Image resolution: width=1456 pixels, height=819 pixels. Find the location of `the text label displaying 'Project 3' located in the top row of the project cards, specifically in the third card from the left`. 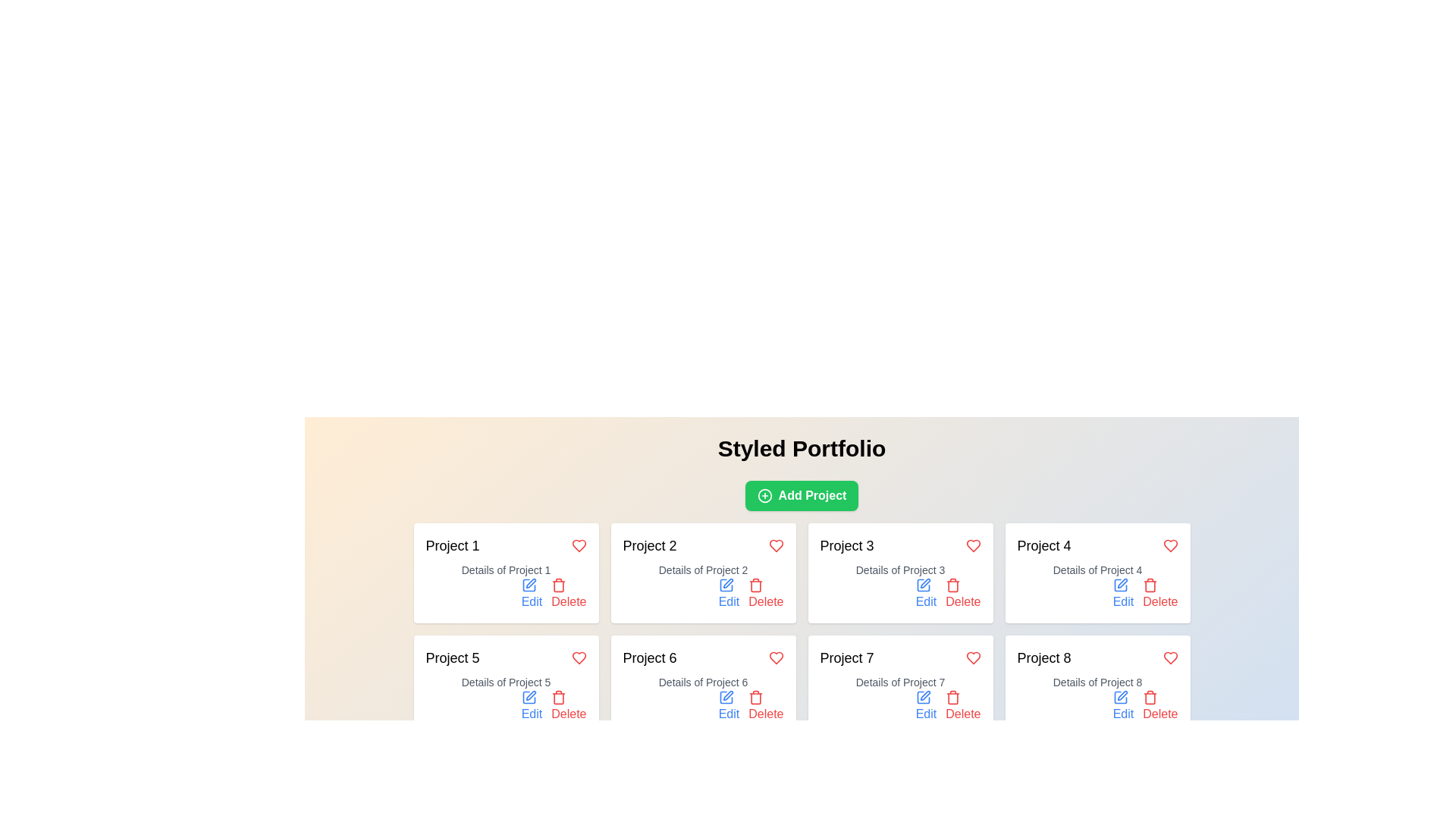

the text label displaying 'Project 3' located in the top row of the project cards, specifically in the third card from the left is located at coordinates (846, 546).